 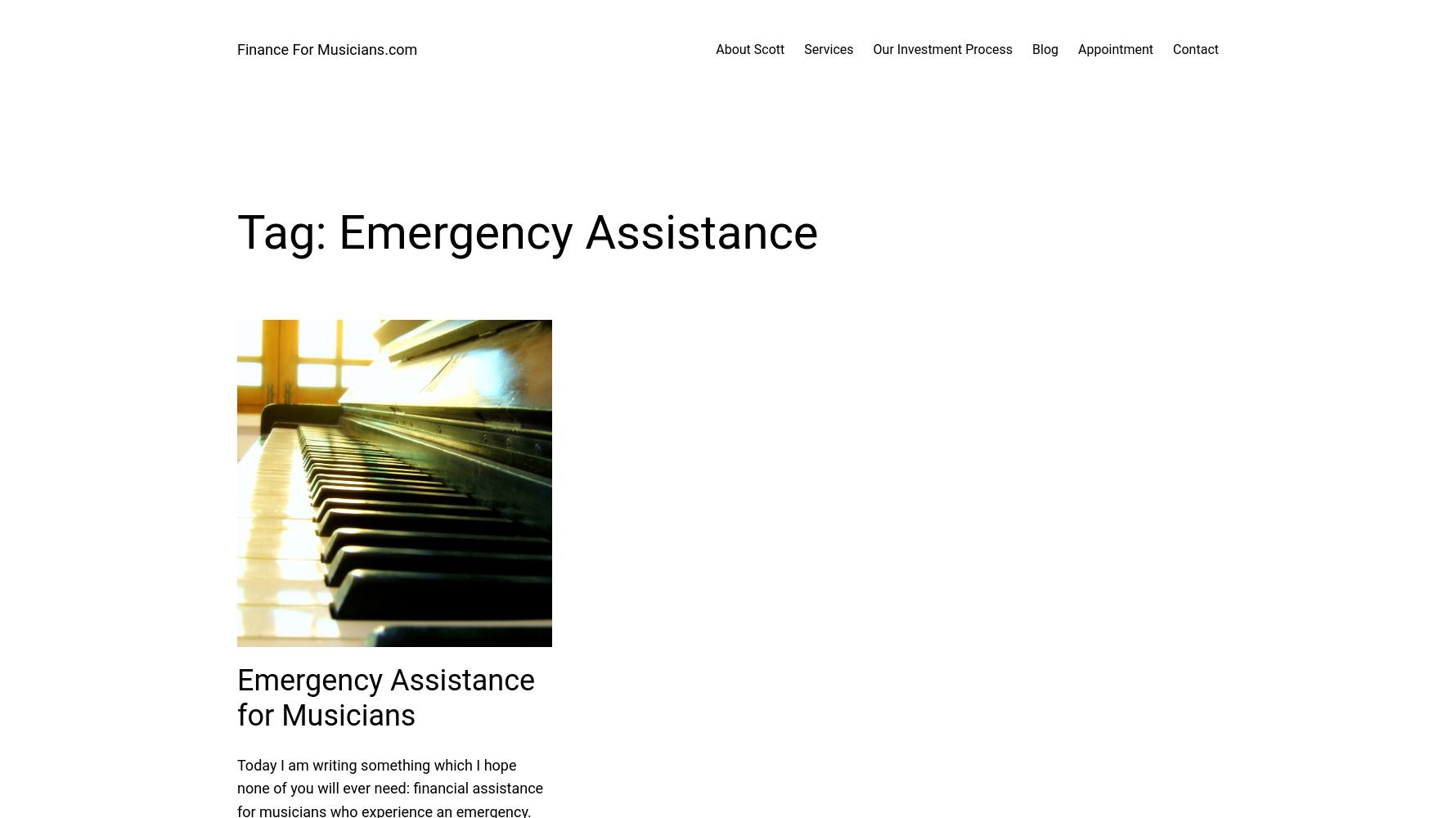 I want to click on 'Blog', so click(x=1045, y=49).